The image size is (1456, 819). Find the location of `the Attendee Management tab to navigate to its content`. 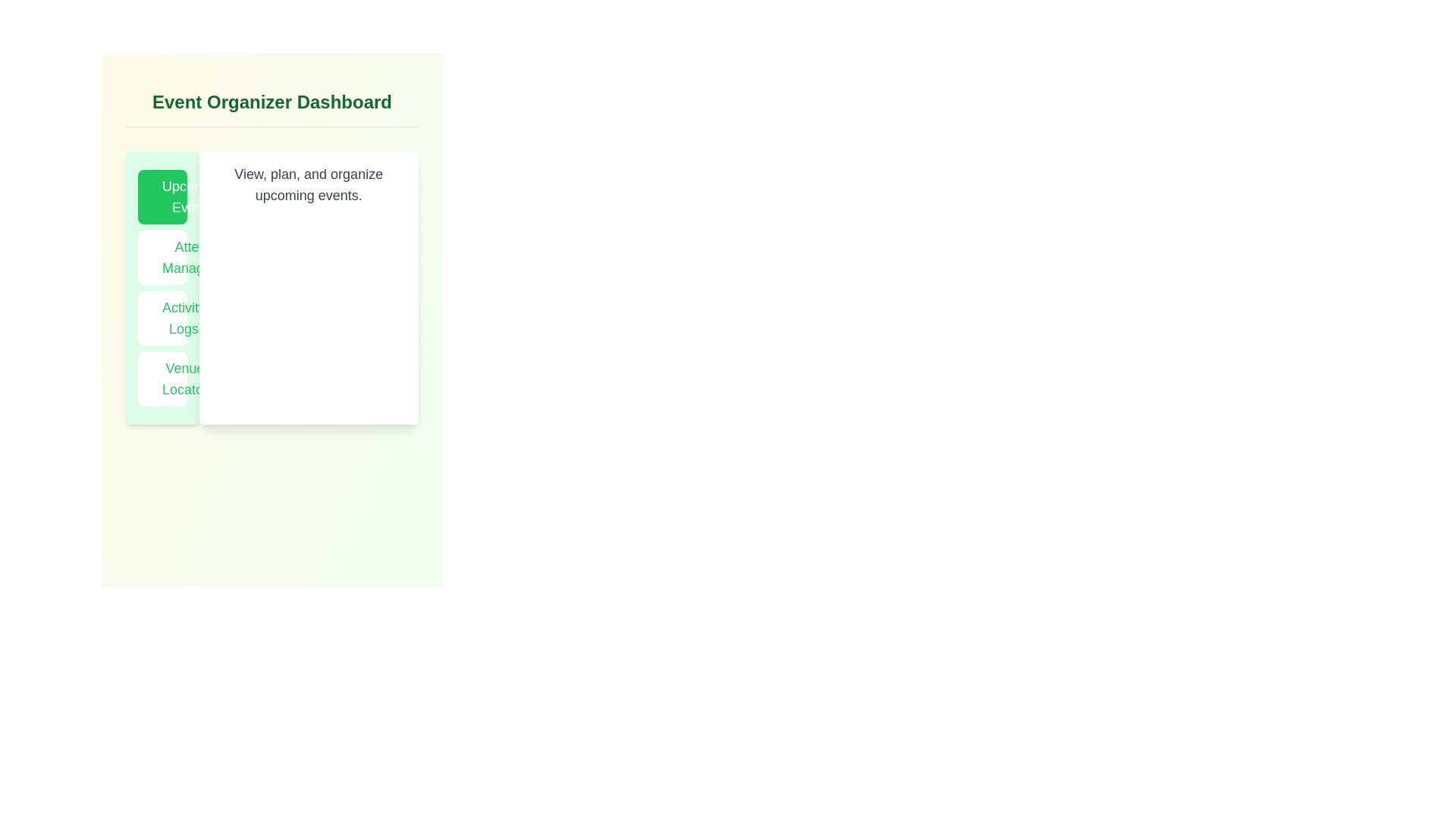

the Attendee Management tab to navigate to its content is located at coordinates (162, 256).